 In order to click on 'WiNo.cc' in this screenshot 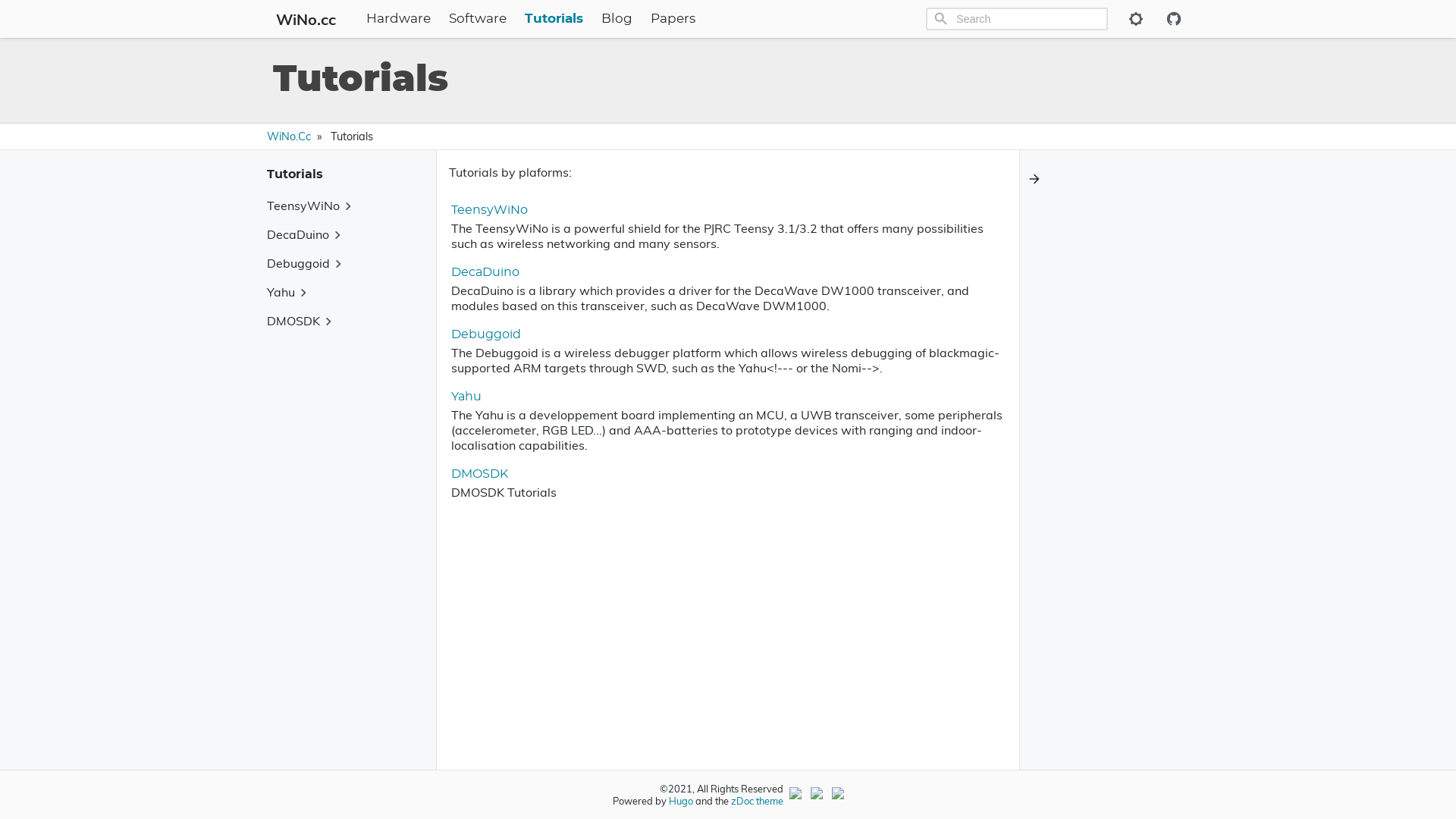, I will do `click(269, 18)`.